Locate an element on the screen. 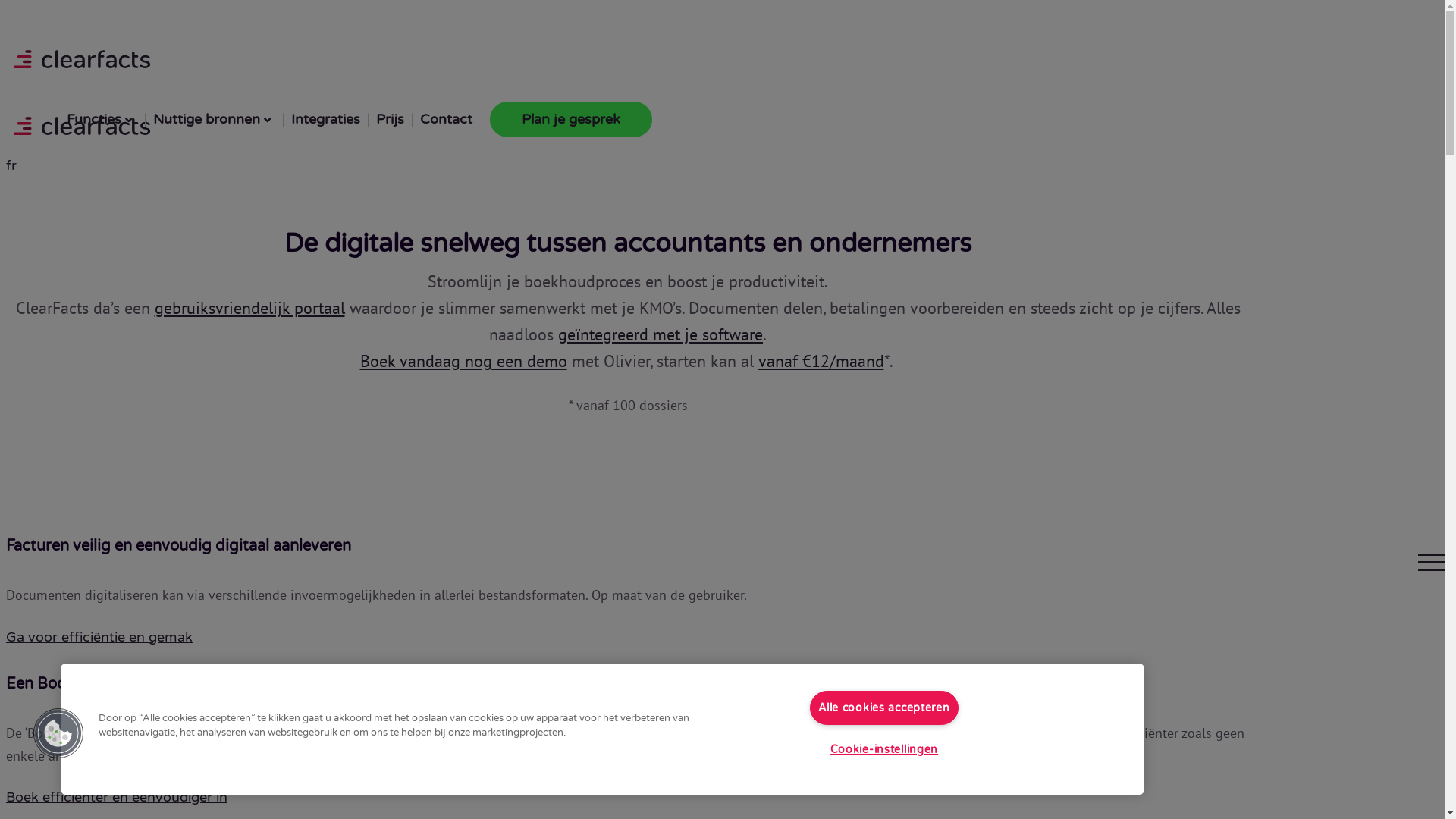 This screenshot has height=819, width=1456. 'gebruiksvriendelijk portaal' is located at coordinates (154, 307).